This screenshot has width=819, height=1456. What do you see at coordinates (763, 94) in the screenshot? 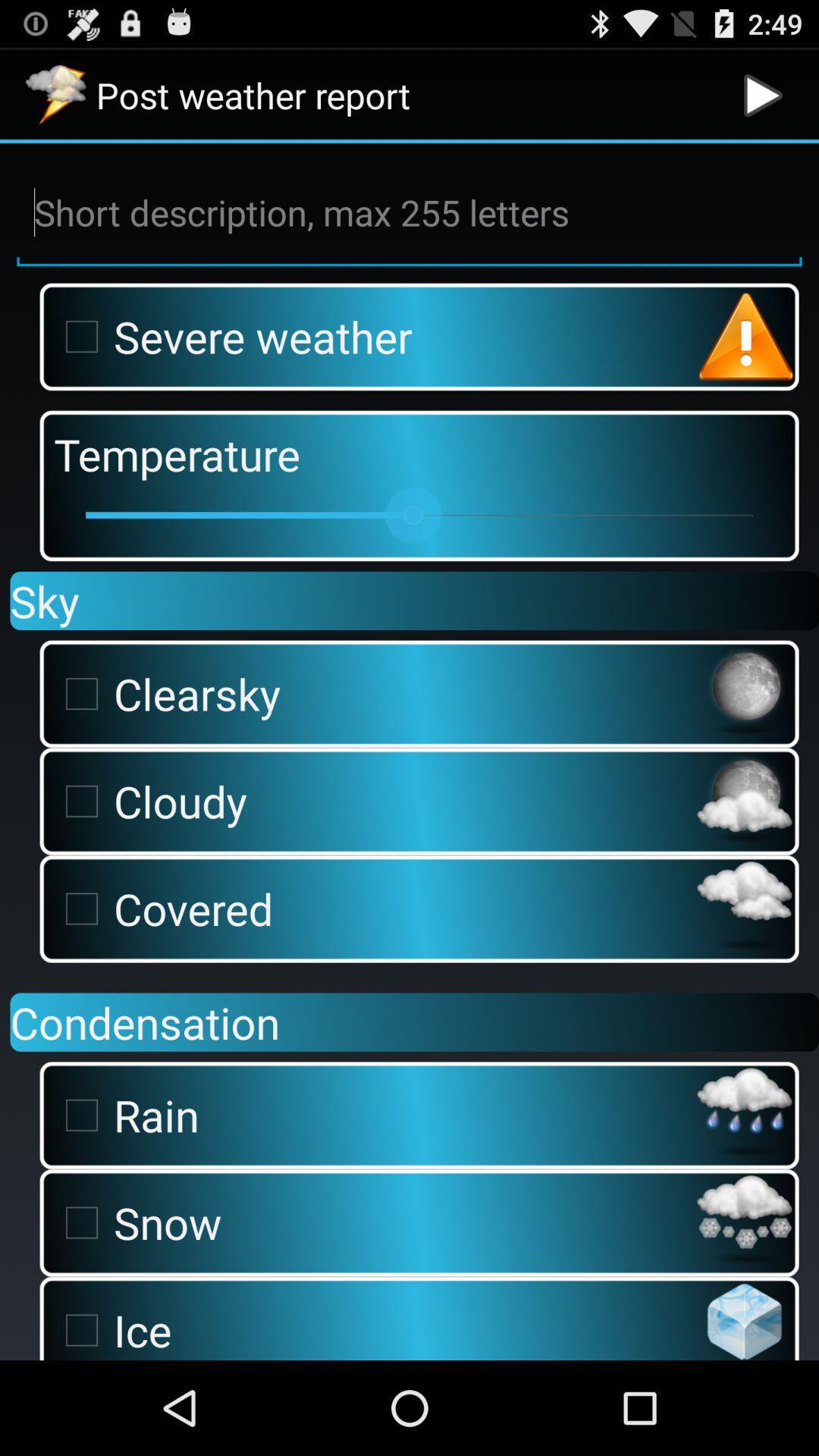
I see `go forward` at bounding box center [763, 94].